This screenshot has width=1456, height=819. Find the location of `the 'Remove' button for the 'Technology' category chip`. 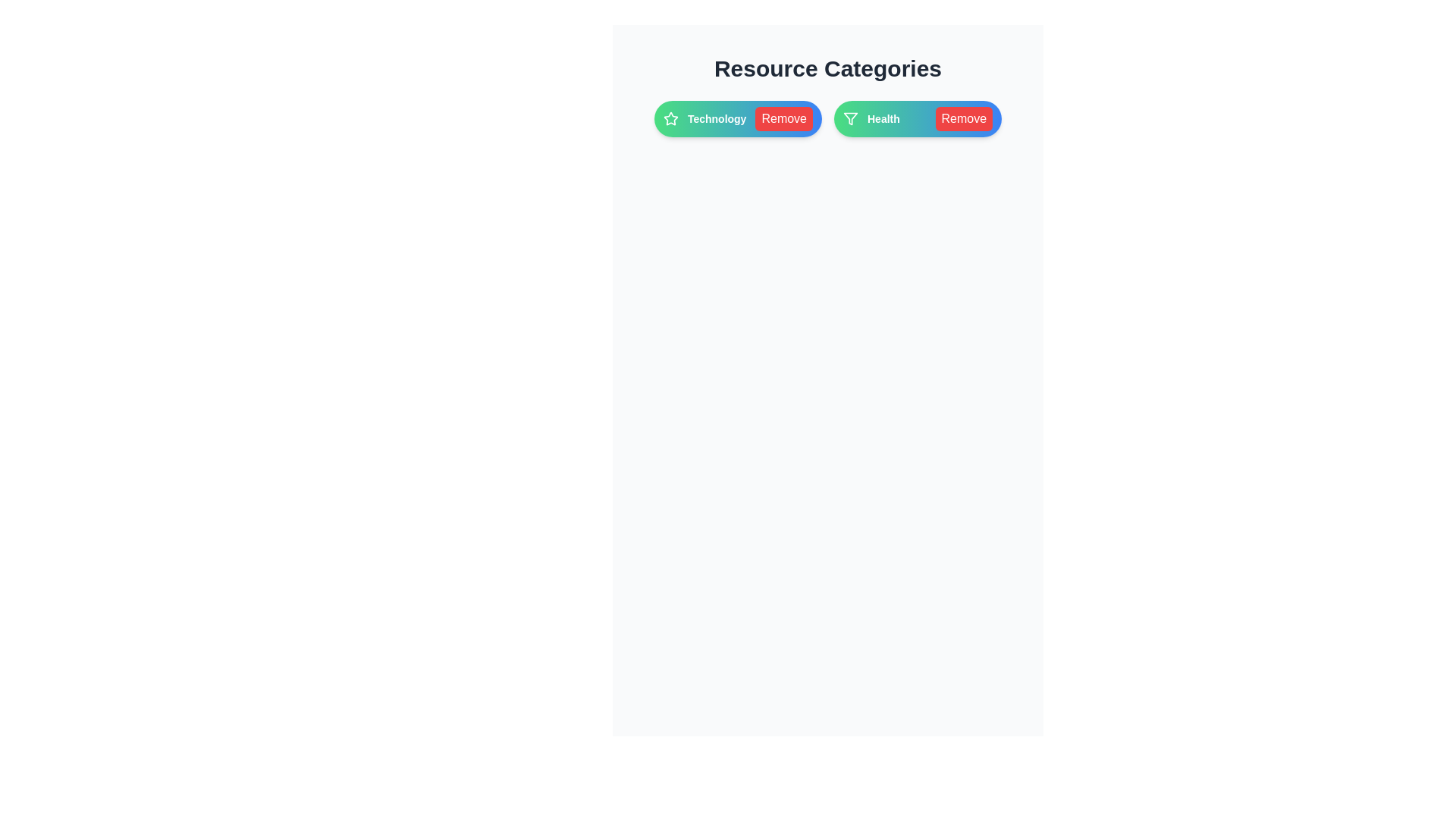

the 'Remove' button for the 'Technology' category chip is located at coordinates (783, 118).